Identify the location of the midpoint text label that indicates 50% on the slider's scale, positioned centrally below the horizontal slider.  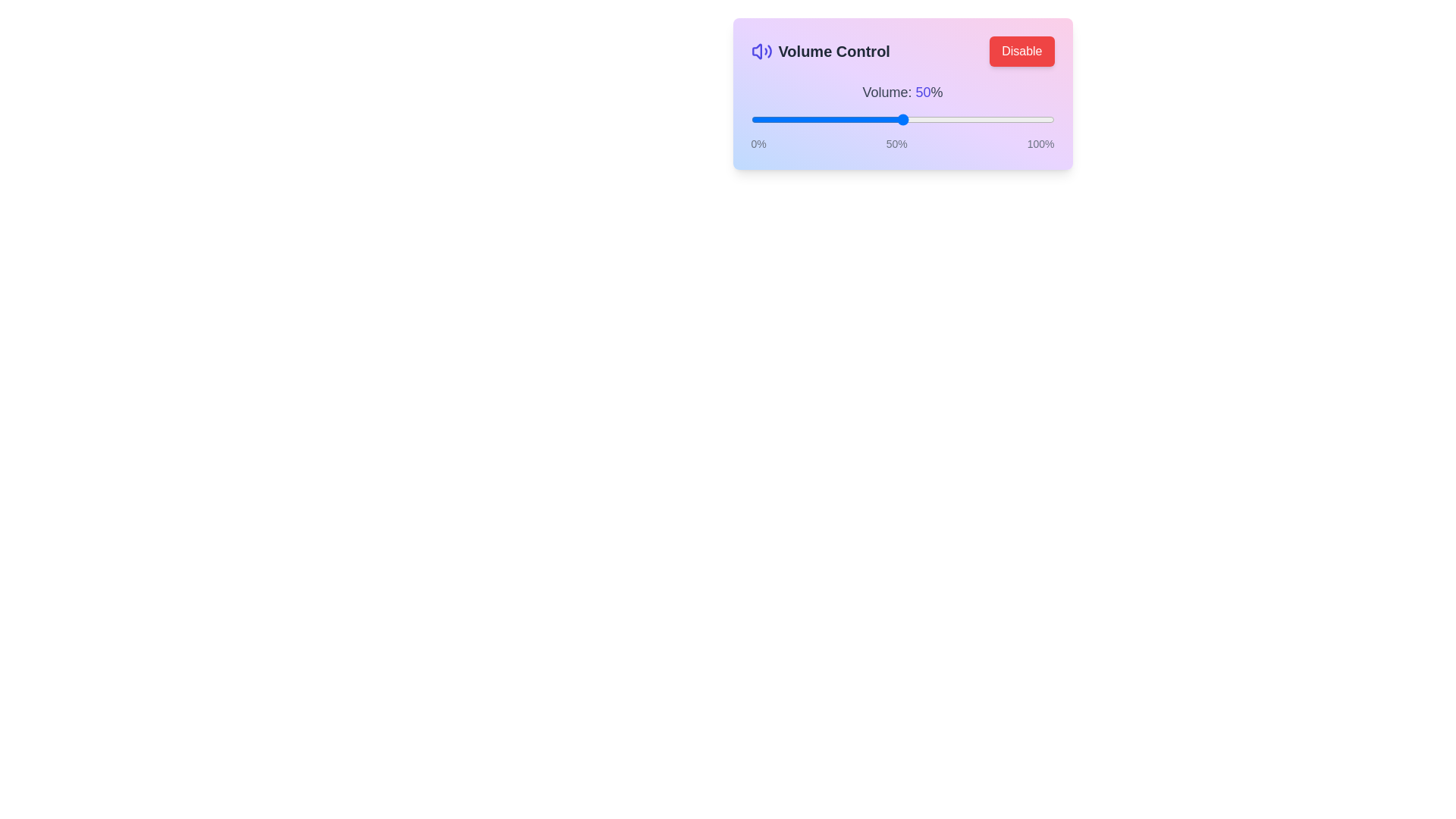
(896, 143).